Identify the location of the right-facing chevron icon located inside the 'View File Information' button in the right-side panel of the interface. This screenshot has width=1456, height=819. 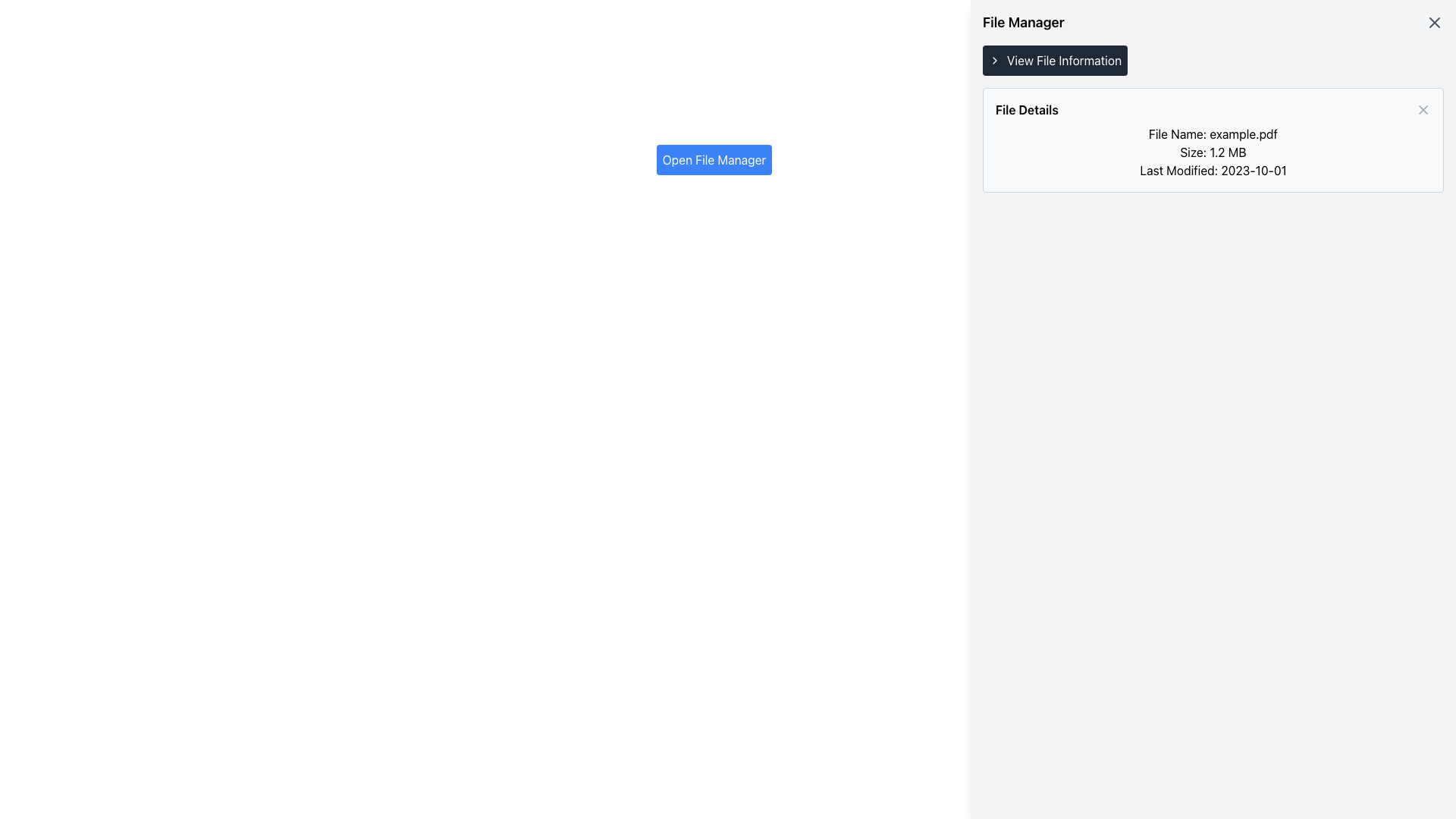
(994, 60).